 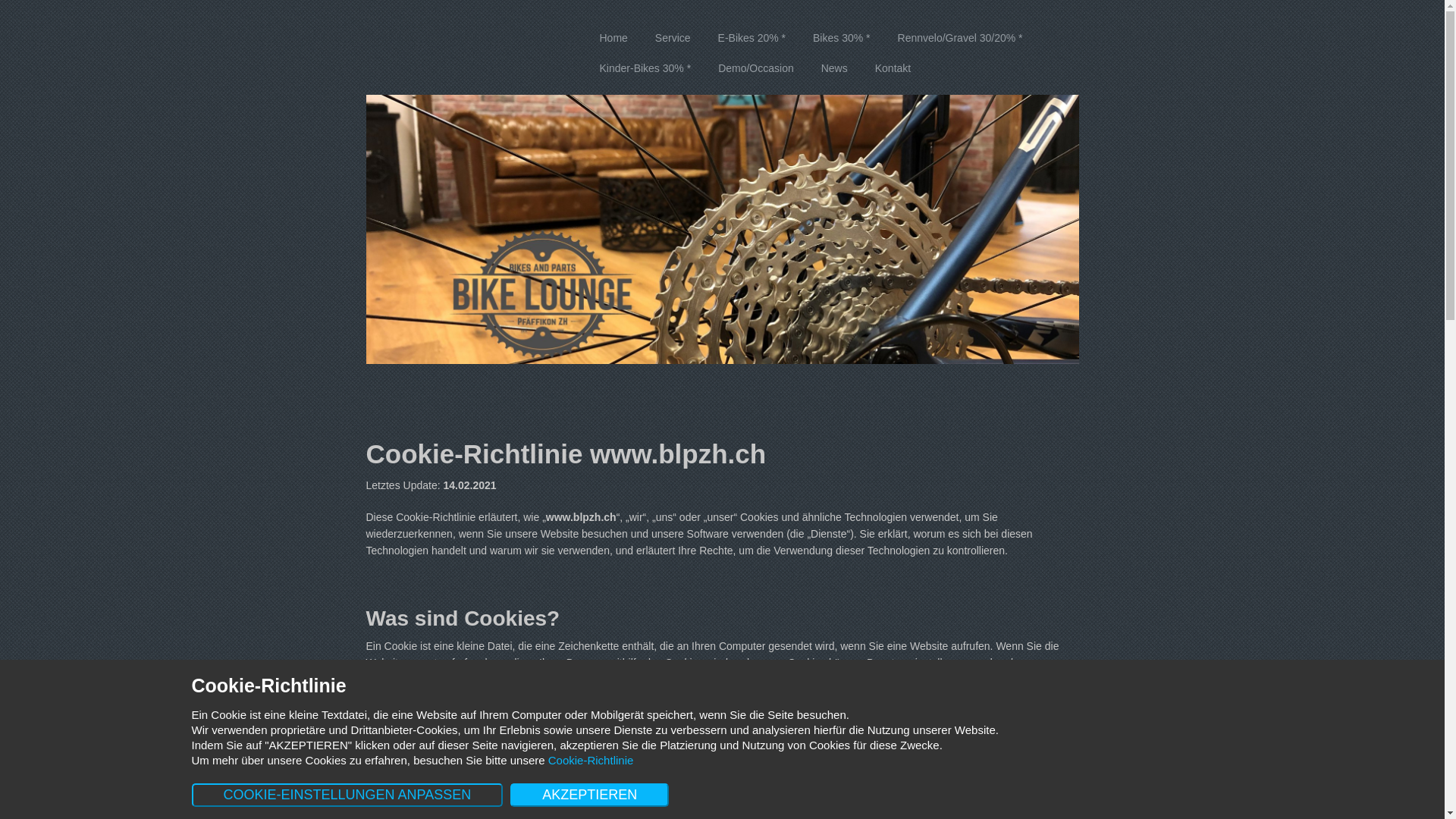 What do you see at coordinates (752, 37) in the screenshot?
I see `'E-Bikes 20% *'` at bounding box center [752, 37].